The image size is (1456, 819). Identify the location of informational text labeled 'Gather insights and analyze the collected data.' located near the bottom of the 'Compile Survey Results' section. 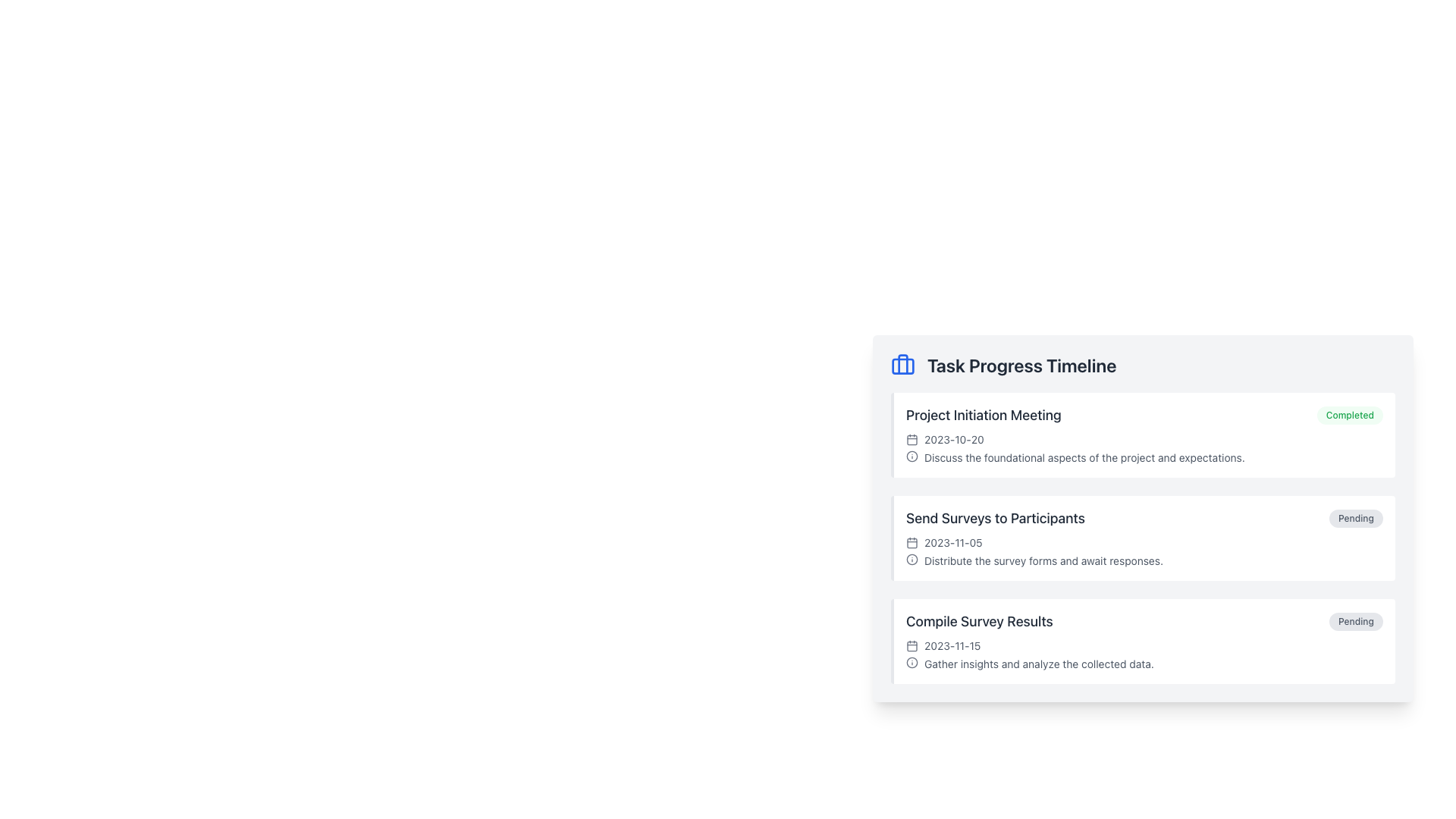
(1144, 663).